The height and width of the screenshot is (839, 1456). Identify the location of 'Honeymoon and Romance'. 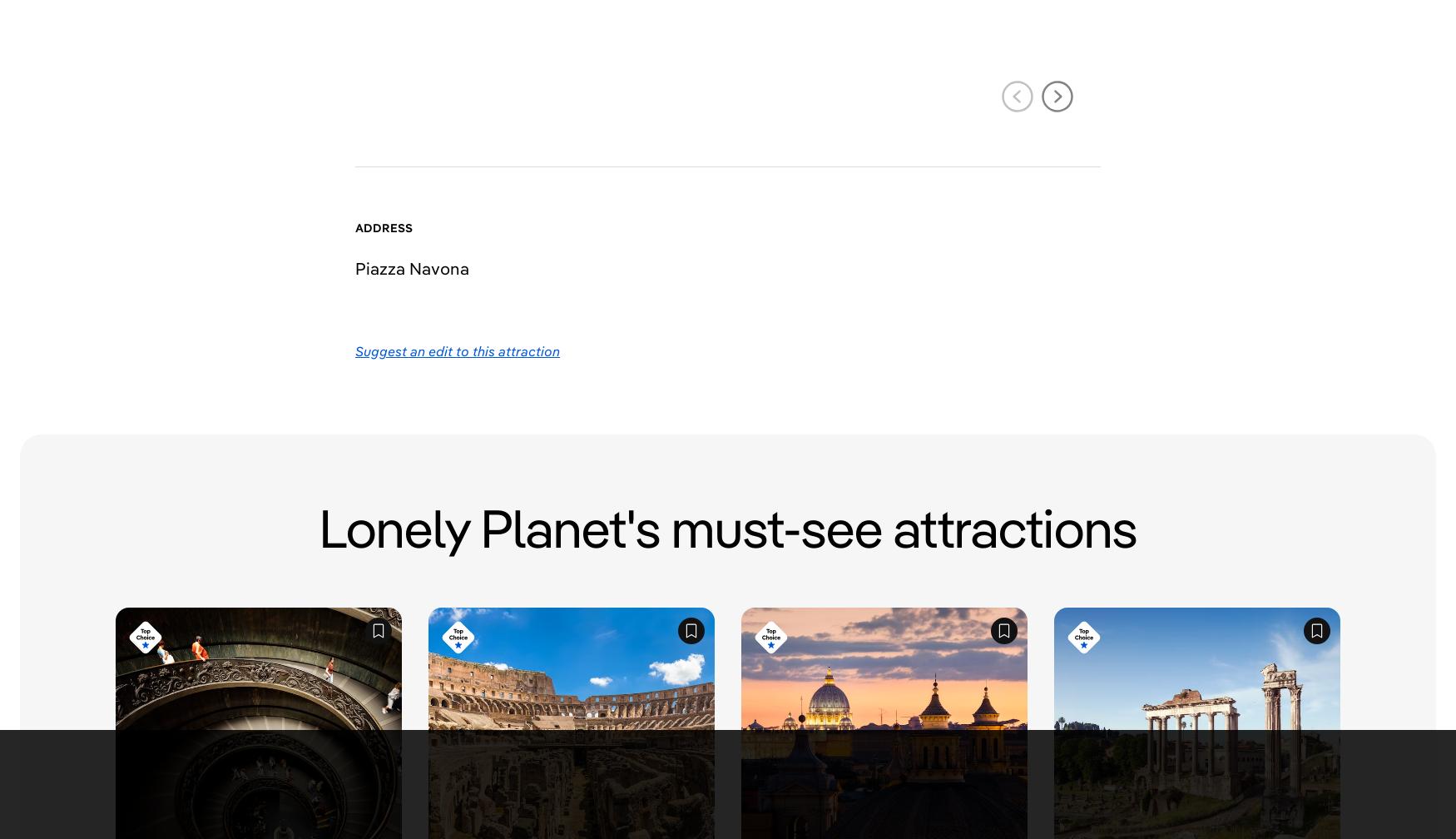
(927, 485).